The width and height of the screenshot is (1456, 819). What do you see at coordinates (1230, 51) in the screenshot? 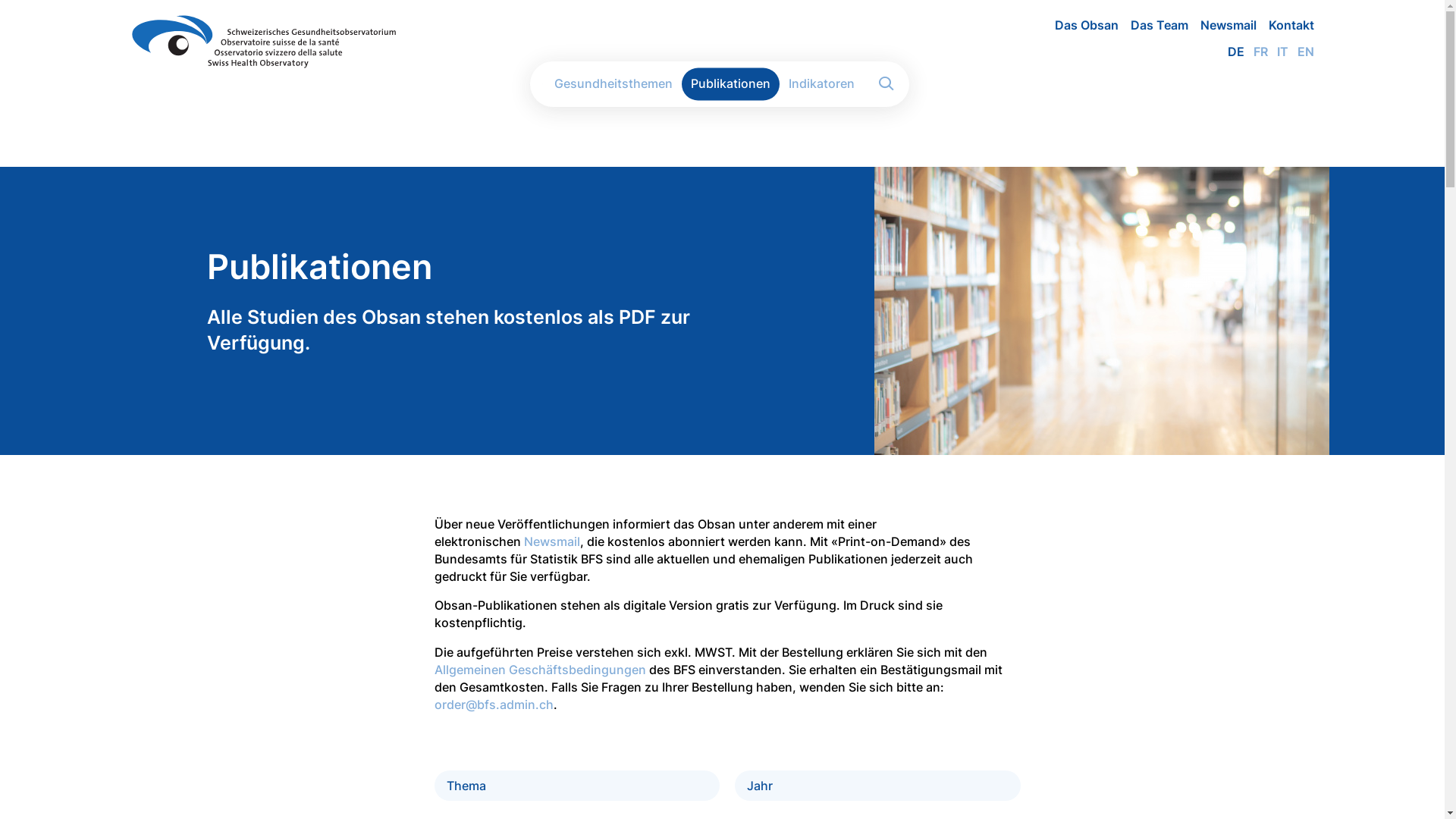
I see `'DE'` at bounding box center [1230, 51].